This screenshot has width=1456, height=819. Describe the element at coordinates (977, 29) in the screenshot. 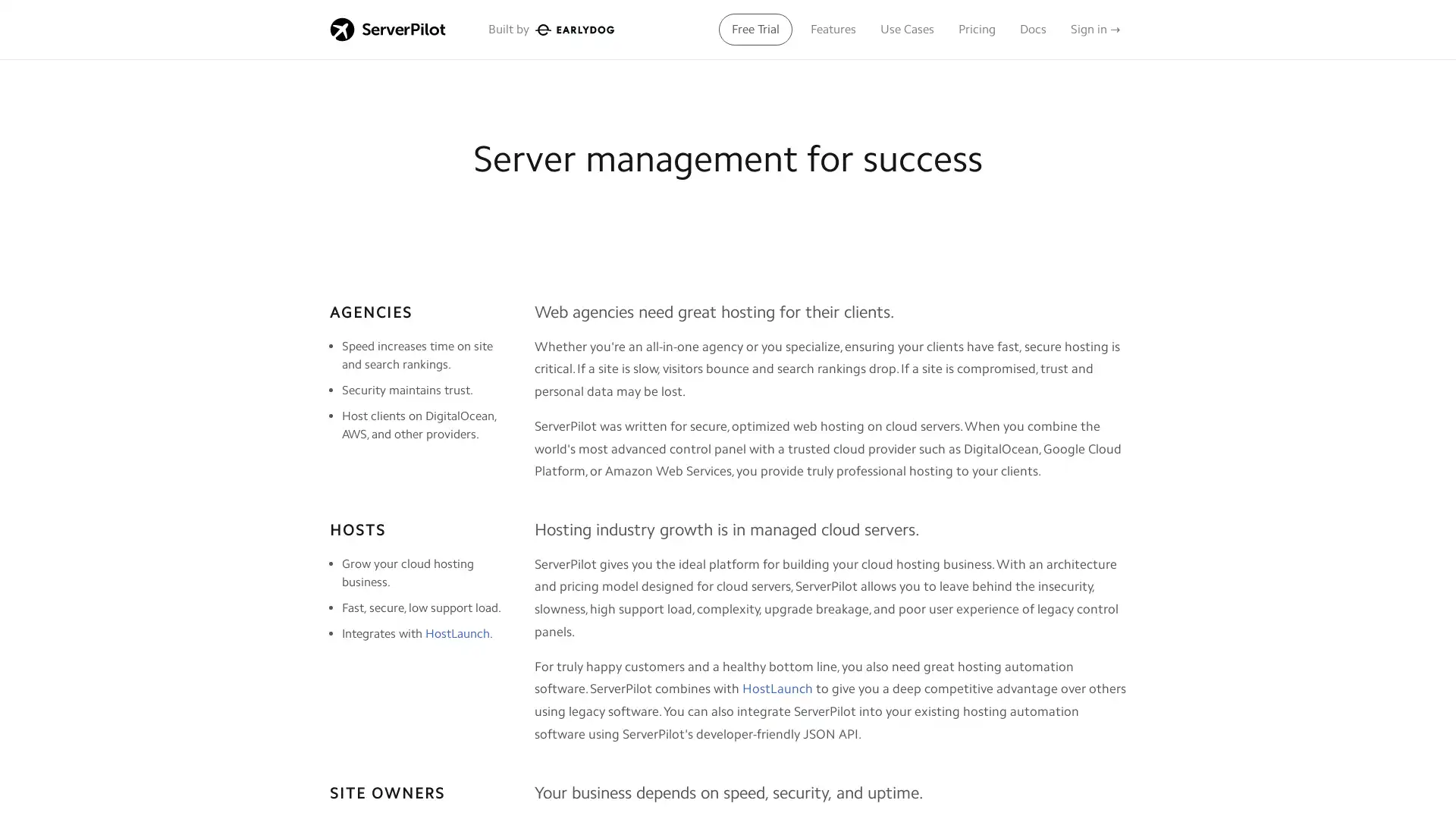

I see `Pricing` at that location.